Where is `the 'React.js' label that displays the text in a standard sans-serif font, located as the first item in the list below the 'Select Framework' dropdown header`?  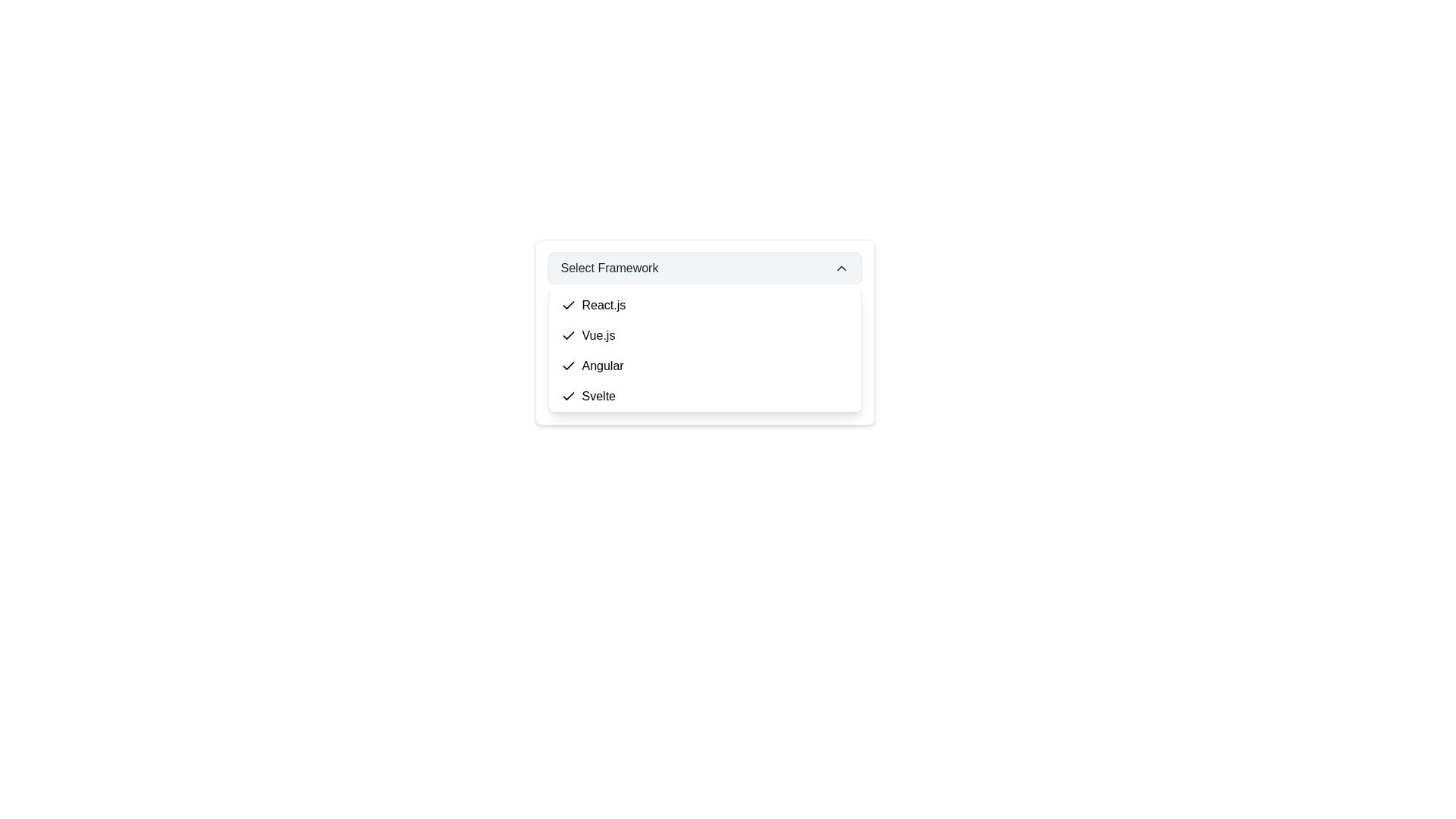
the 'React.js' label that displays the text in a standard sans-serif font, located as the first item in the list below the 'Select Framework' dropdown header is located at coordinates (603, 305).